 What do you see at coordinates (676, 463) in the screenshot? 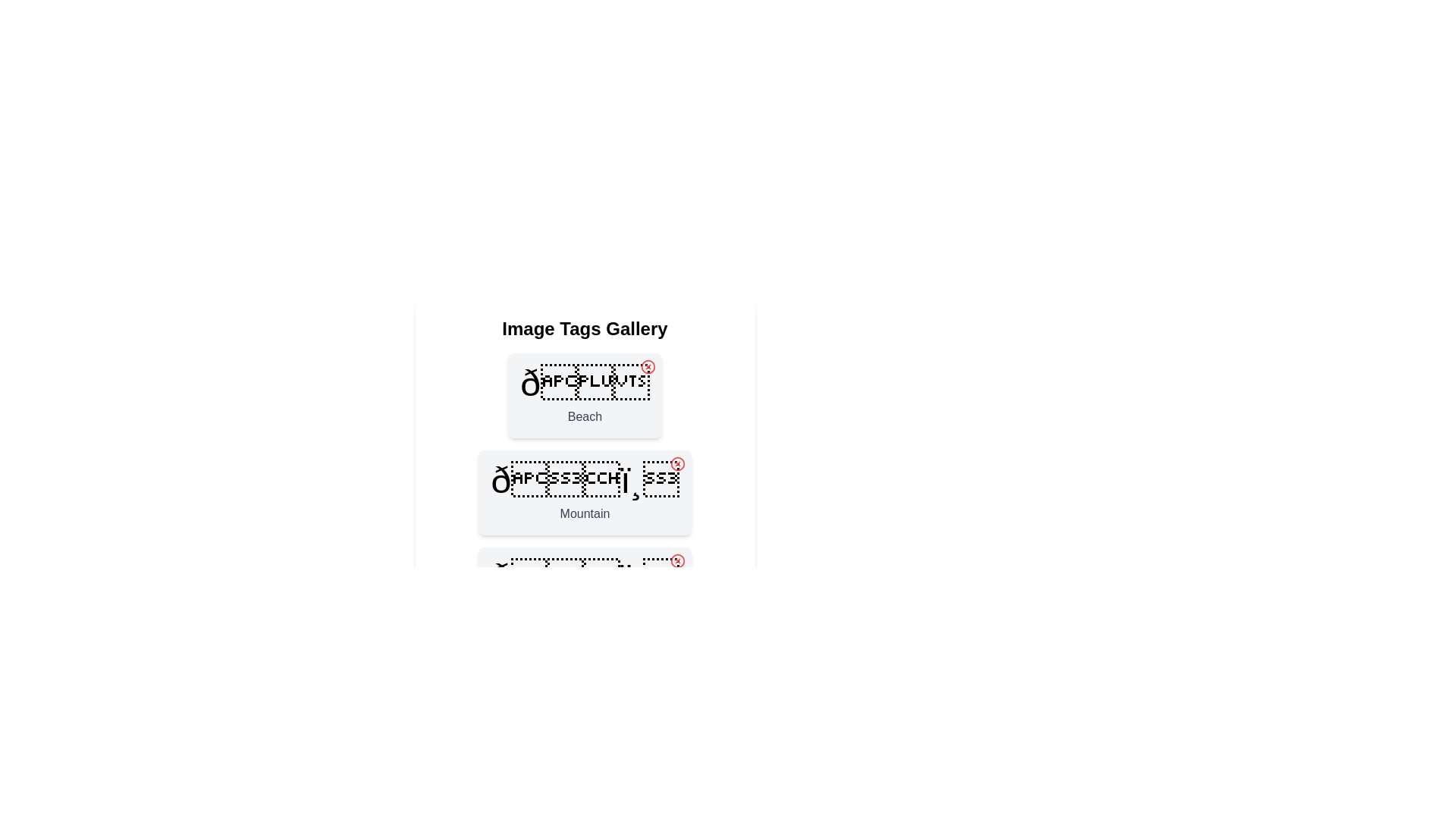
I see `close button for the tag labeled Mountain` at bounding box center [676, 463].